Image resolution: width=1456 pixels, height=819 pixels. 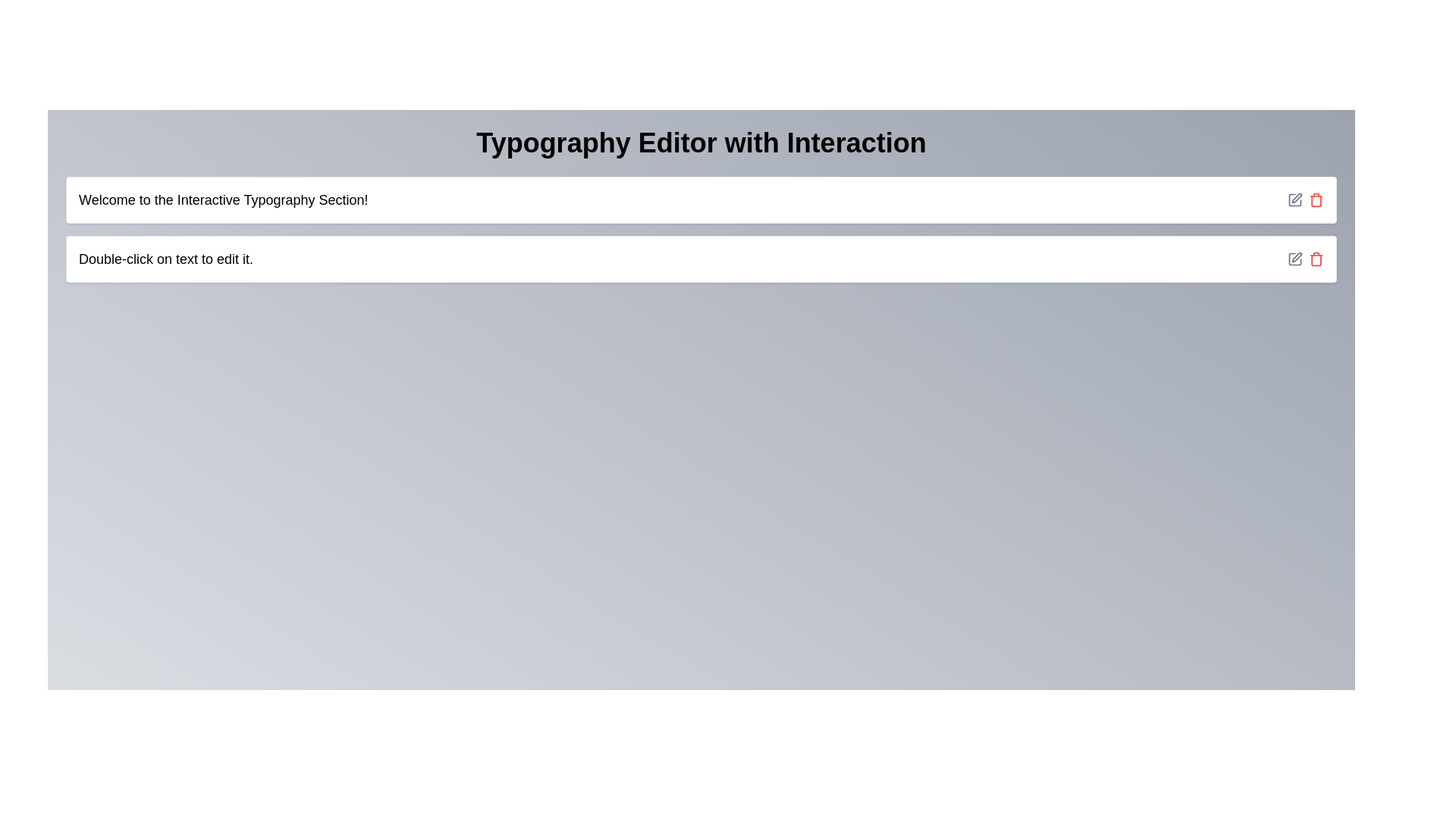 I want to click on the edit icon button located in the top-right corner of the first text box to change its color, so click(x=1294, y=199).